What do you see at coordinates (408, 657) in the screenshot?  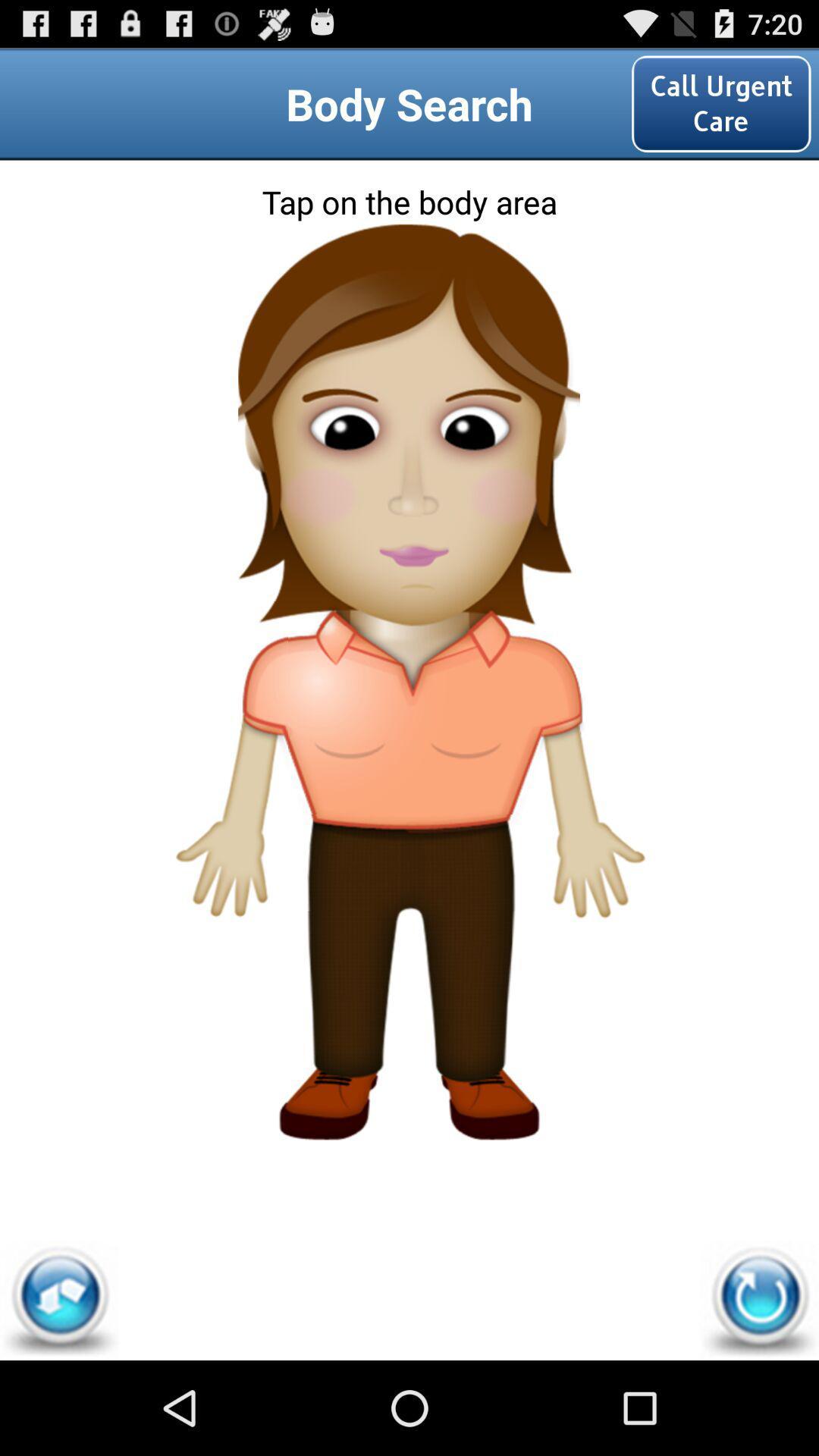 I see `the font icon` at bounding box center [408, 657].